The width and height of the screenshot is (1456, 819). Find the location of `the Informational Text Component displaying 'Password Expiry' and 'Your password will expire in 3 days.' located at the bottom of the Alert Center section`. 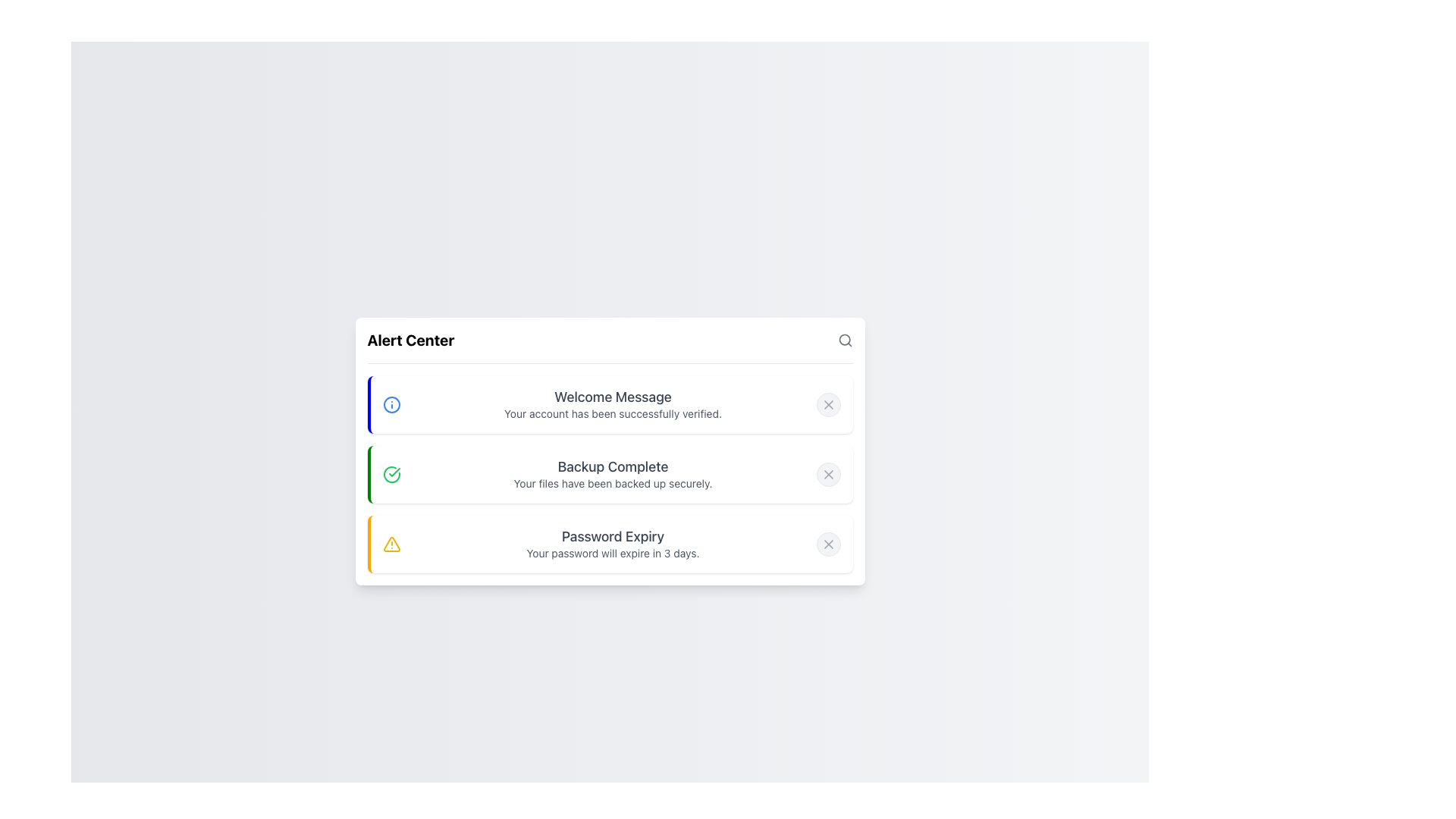

the Informational Text Component displaying 'Password Expiry' and 'Your password will expire in 3 days.' located at the bottom of the Alert Center section is located at coordinates (613, 543).